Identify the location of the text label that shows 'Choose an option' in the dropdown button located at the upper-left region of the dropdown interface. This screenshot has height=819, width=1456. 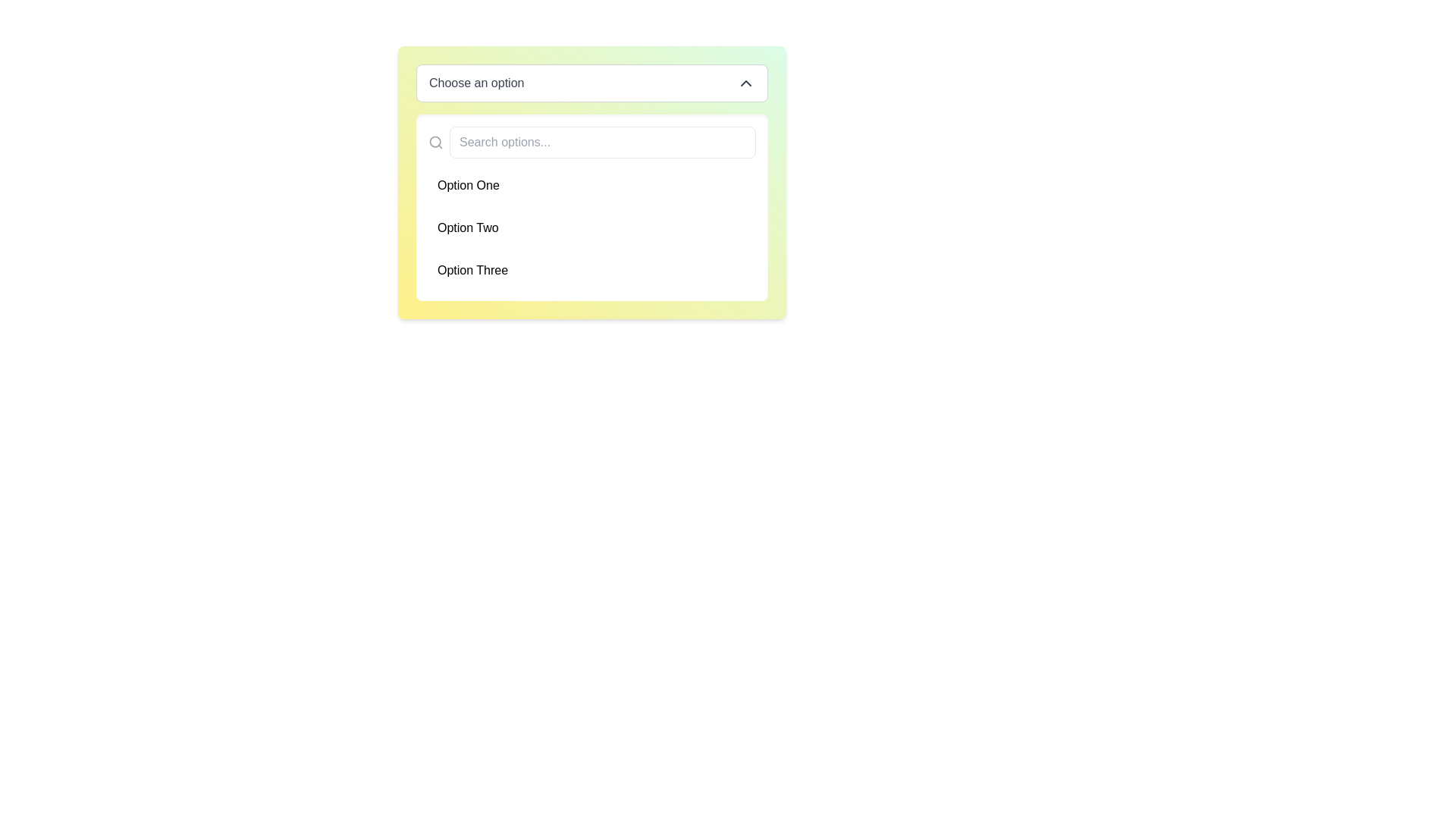
(475, 83).